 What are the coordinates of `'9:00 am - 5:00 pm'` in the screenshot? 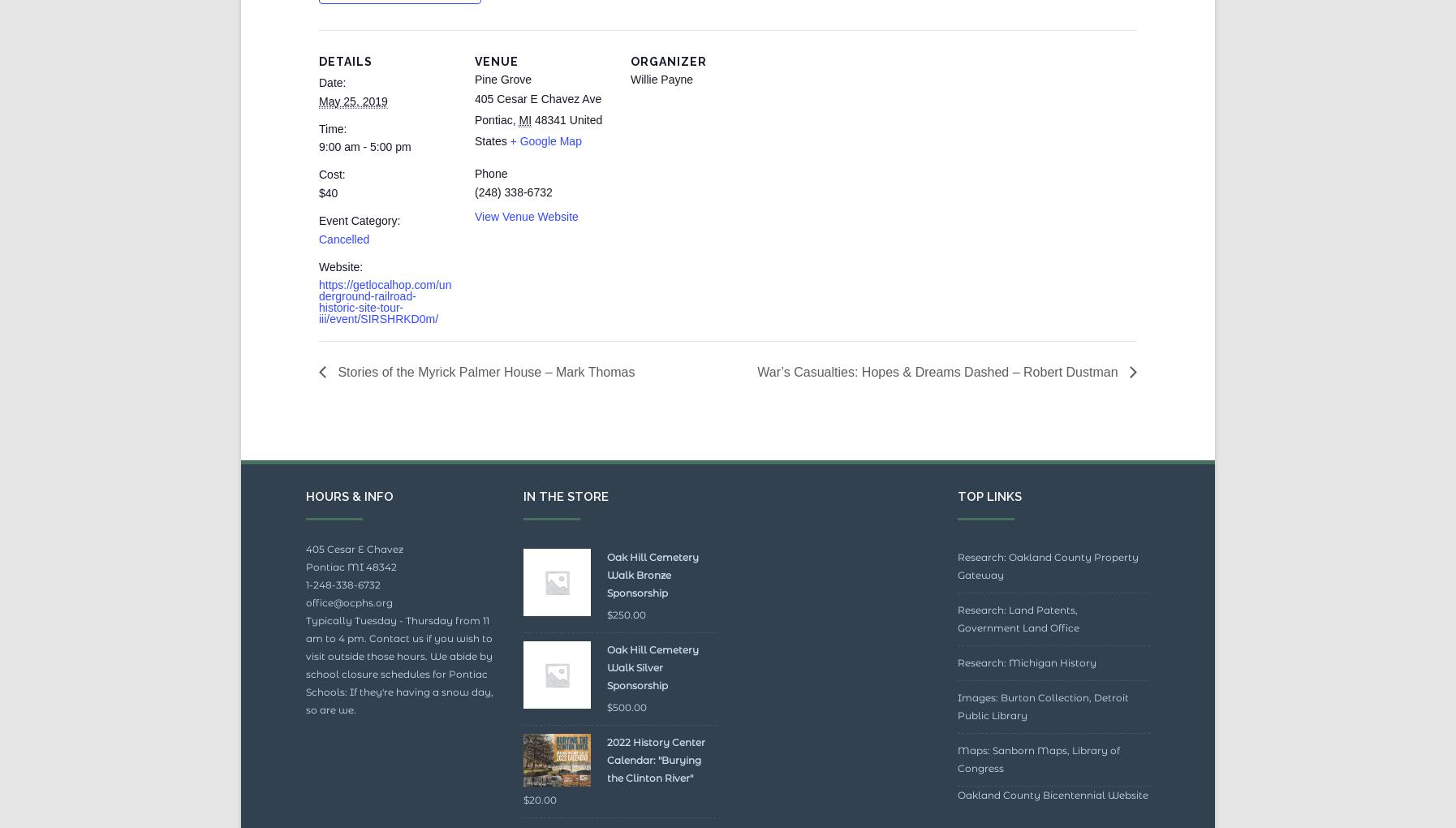 It's located at (364, 183).